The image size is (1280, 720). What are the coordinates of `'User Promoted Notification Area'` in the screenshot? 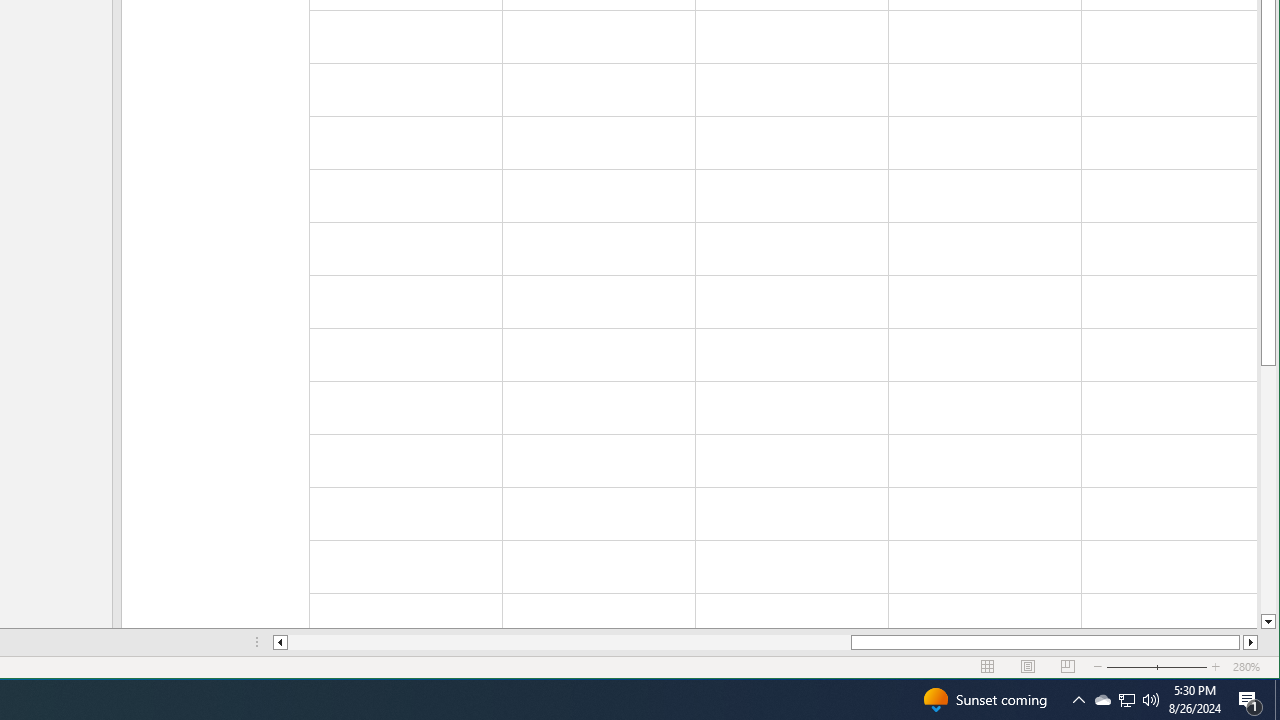 It's located at (1151, 698).